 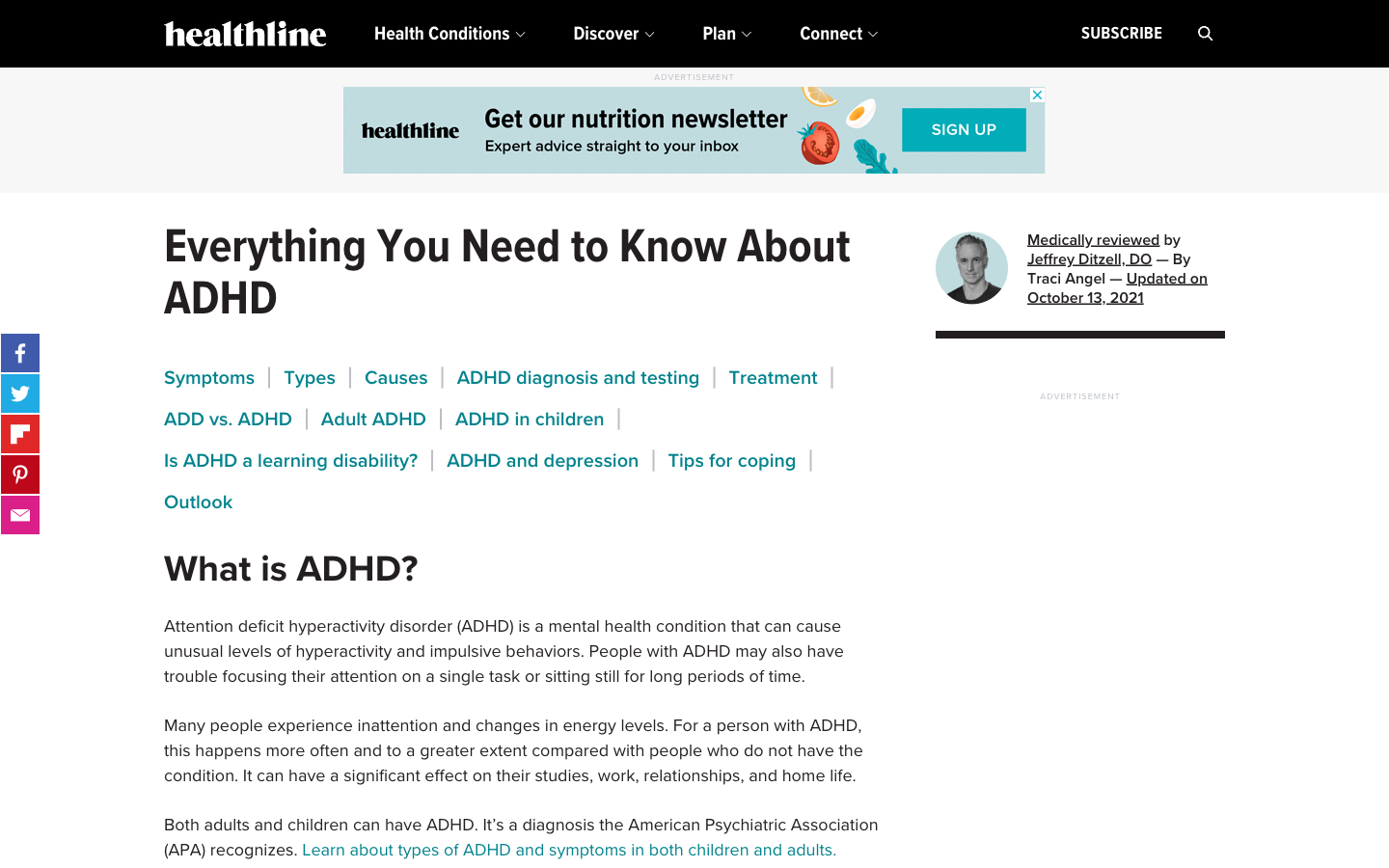 I want to click on Determine whether ADHD is classified as a learning disability, so click(x=290, y=459).